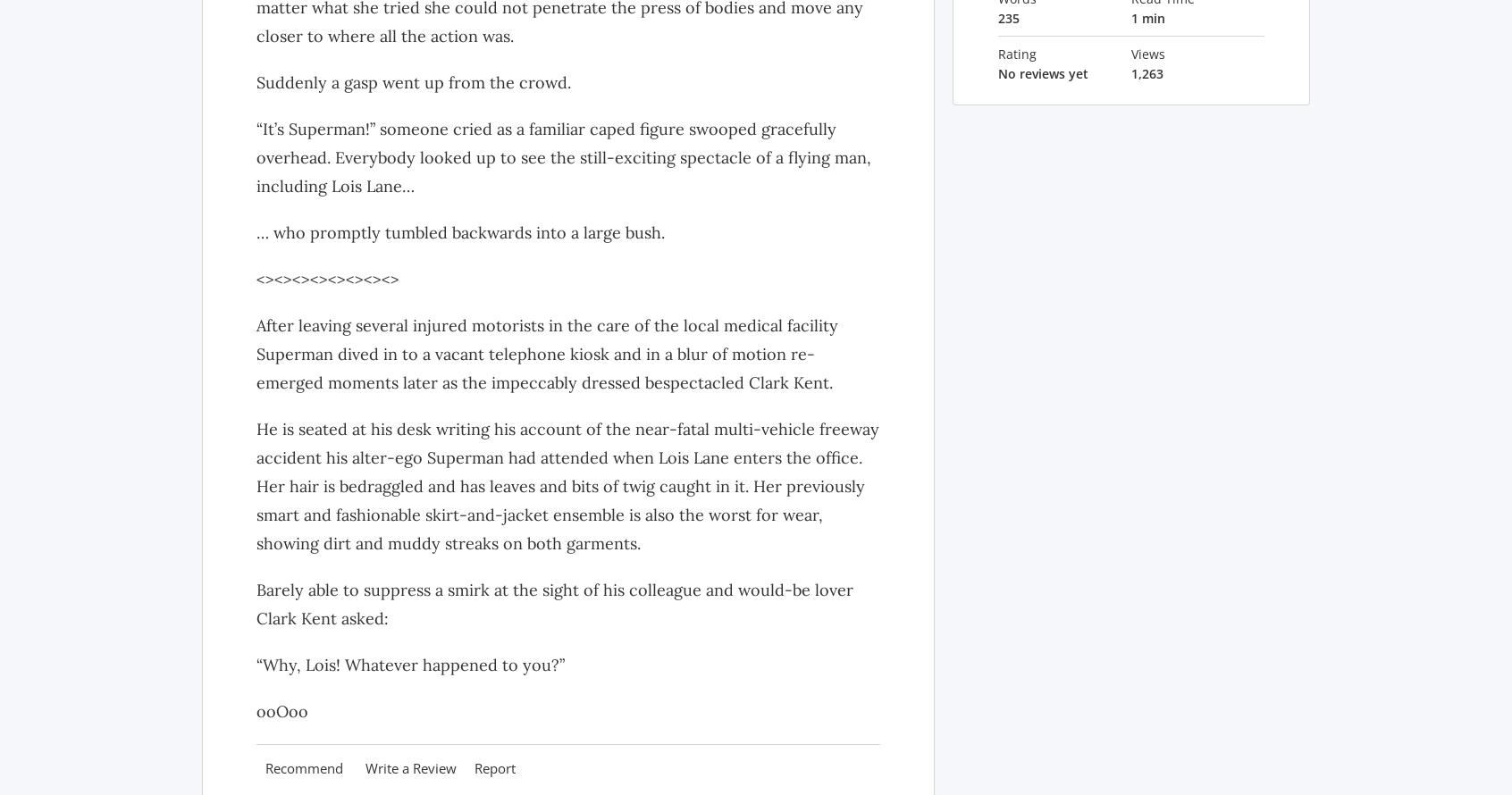  What do you see at coordinates (412, 80) in the screenshot?
I see `'Suddenly a gasp went up from the crowd.'` at bounding box center [412, 80].